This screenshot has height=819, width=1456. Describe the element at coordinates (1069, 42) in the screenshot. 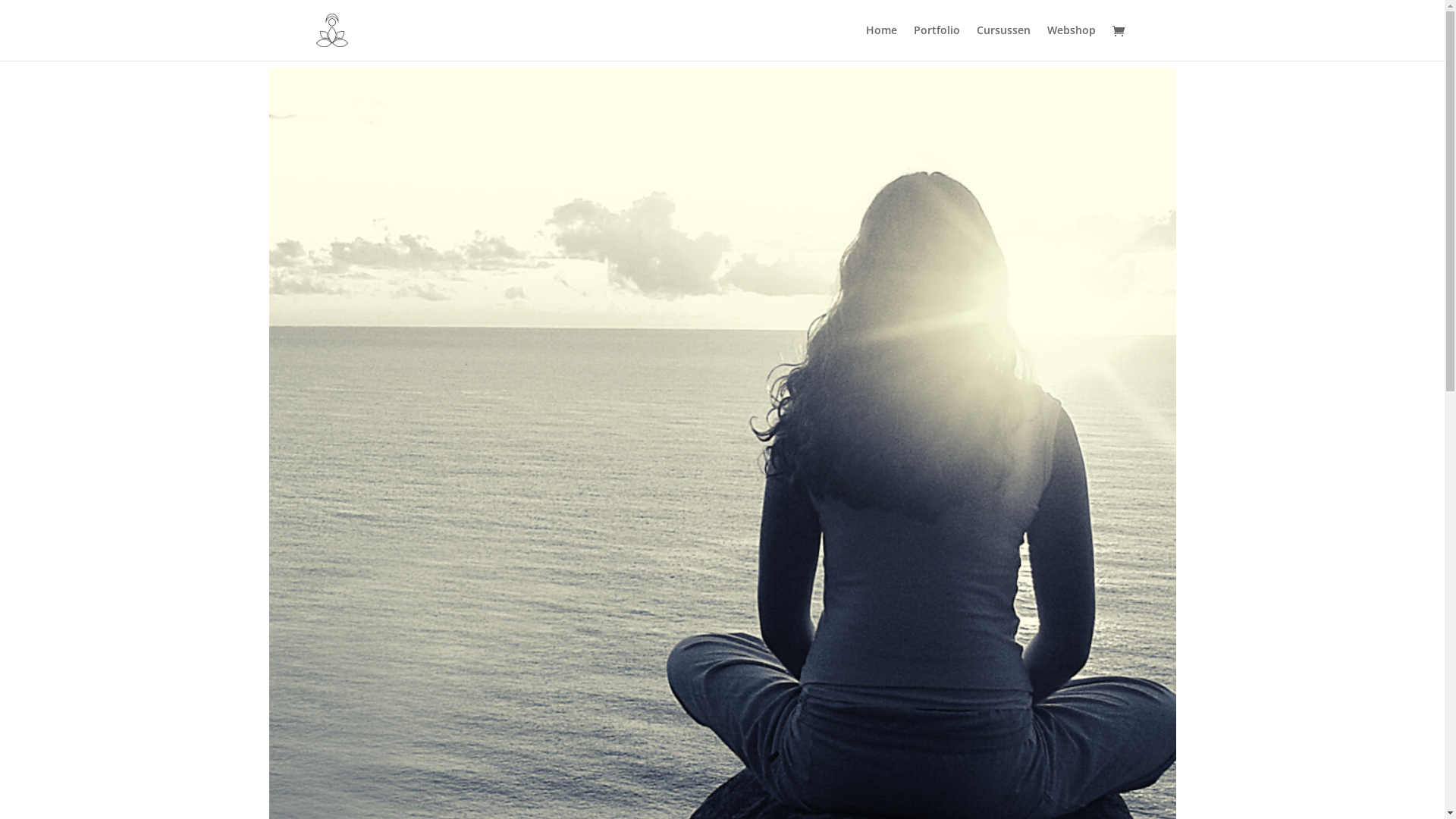

I see `'Webshop'` at that location.